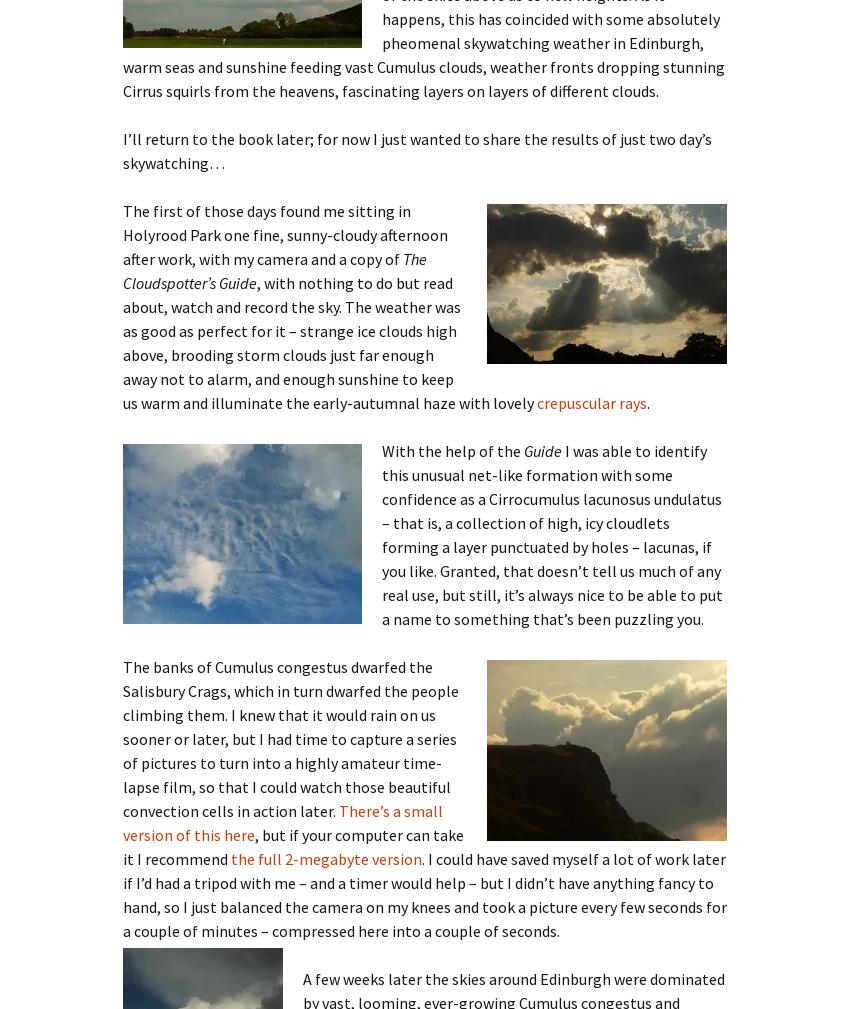  What do you see at coordinates (290, 737) in the screenshot?
I see `'The banks of Cumulus congestus dwarfed the Salisbury Crags, which in turn dwarfed the people climbing them. I knew that it would rain on us sooner or later, but I had time to capture a series of pictures to turn into a highly amateur time-lapse film, so that I could watch those beautiful convection cells in action later.'` at bounding box center [290, 737].